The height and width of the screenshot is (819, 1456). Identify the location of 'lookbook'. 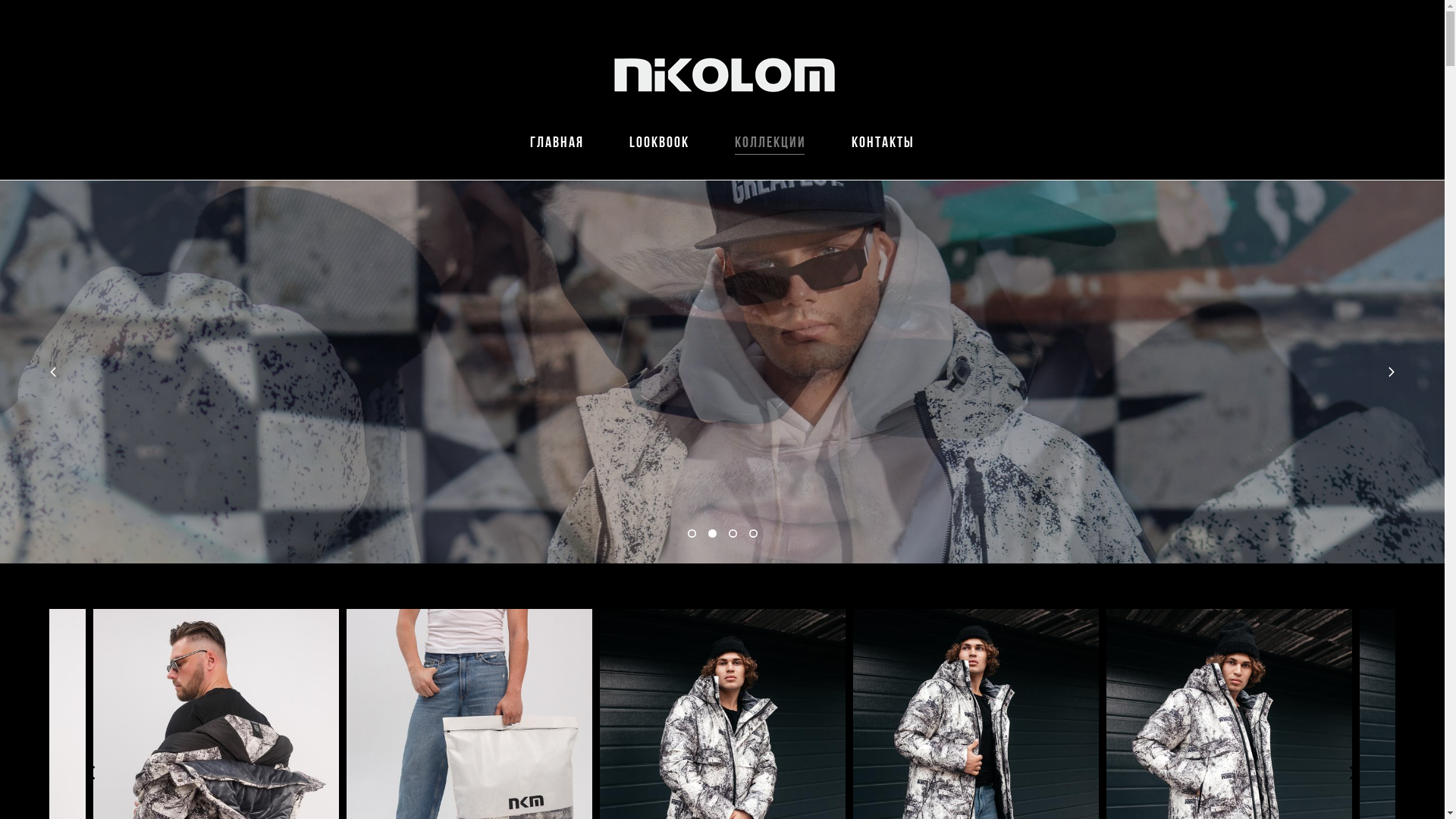
(659, 141).